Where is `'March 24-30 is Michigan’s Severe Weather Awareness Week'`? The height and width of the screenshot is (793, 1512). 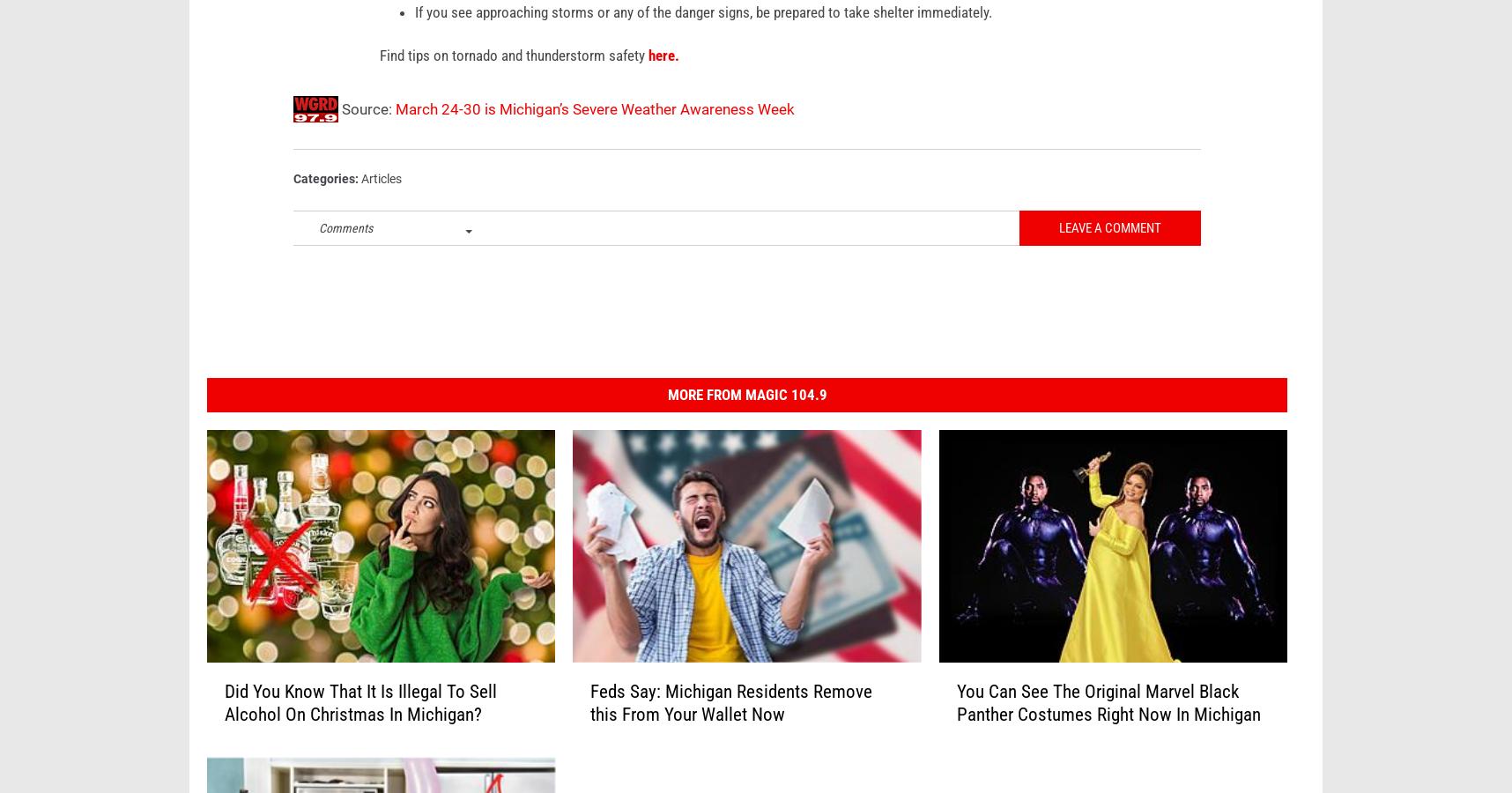 'March 24-30 is Michigan’s Severe Weather Awareness Week' is located at coordinates (594, 136).